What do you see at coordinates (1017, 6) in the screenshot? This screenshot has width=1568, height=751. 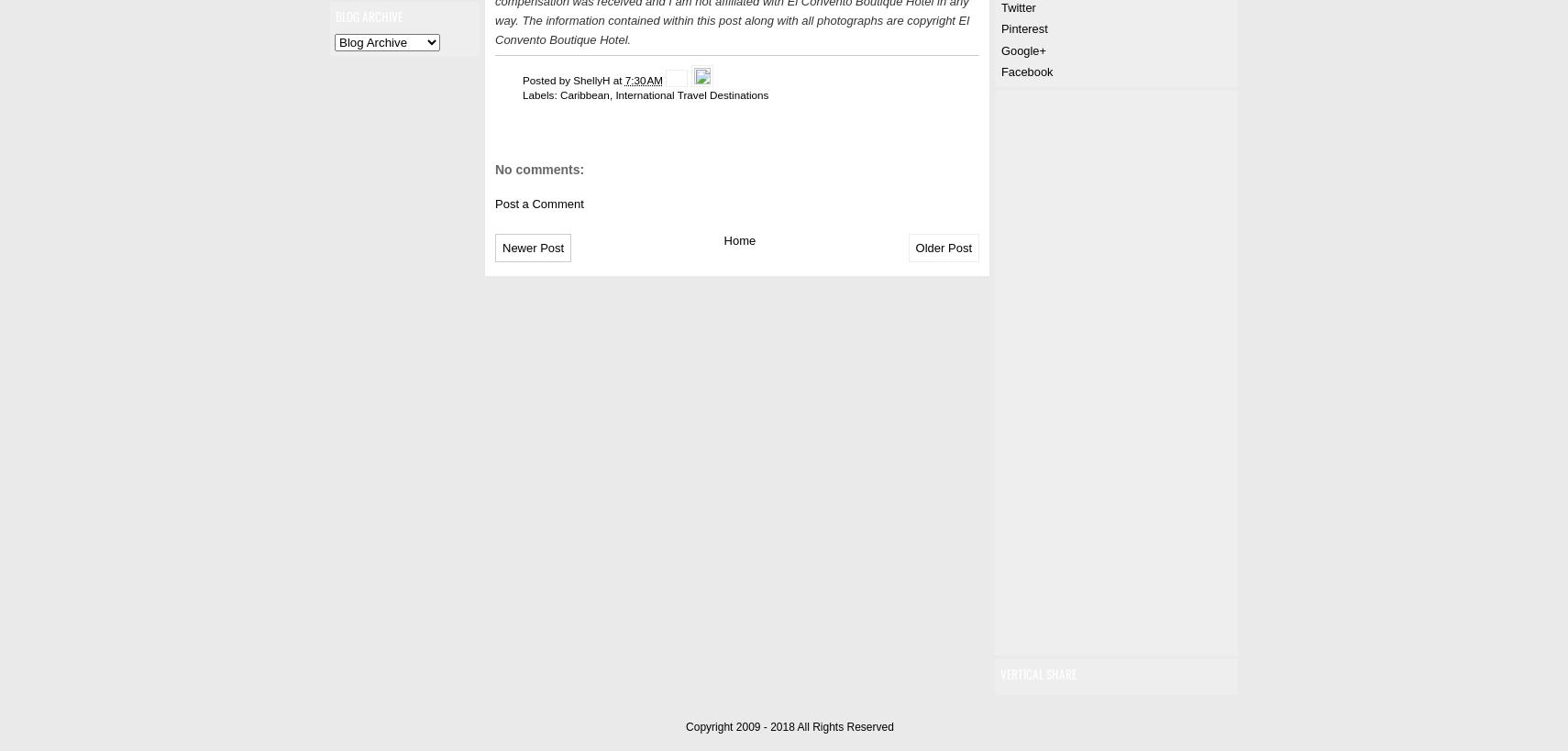 I see `'Twitter'` at bounding box center [1017, 6].